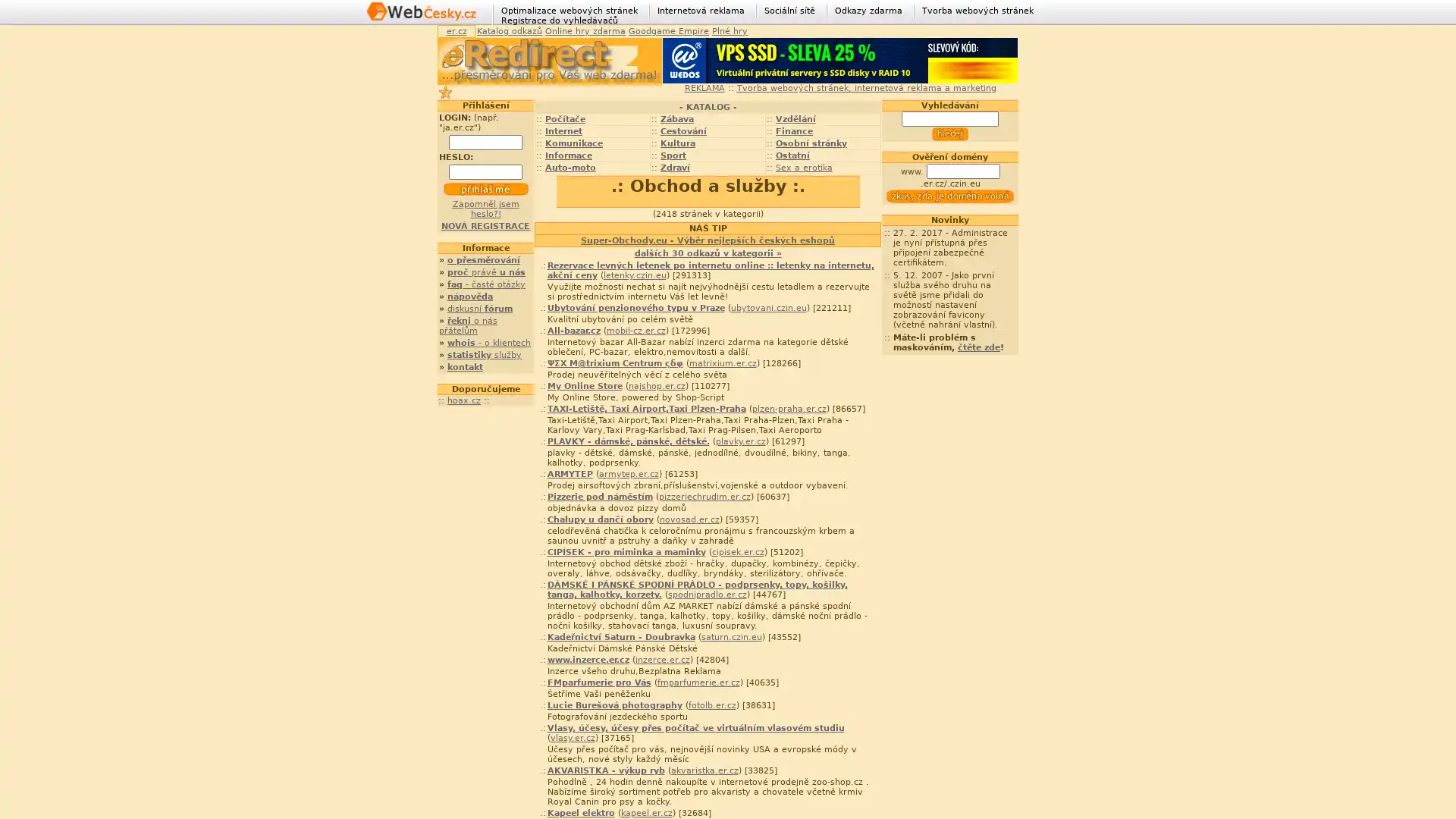 The image size is (1456, 819). What do you see at coordinates (949, 133) in the screenshot?
I see `HLEDEJ` at bounding box center [949, 133].